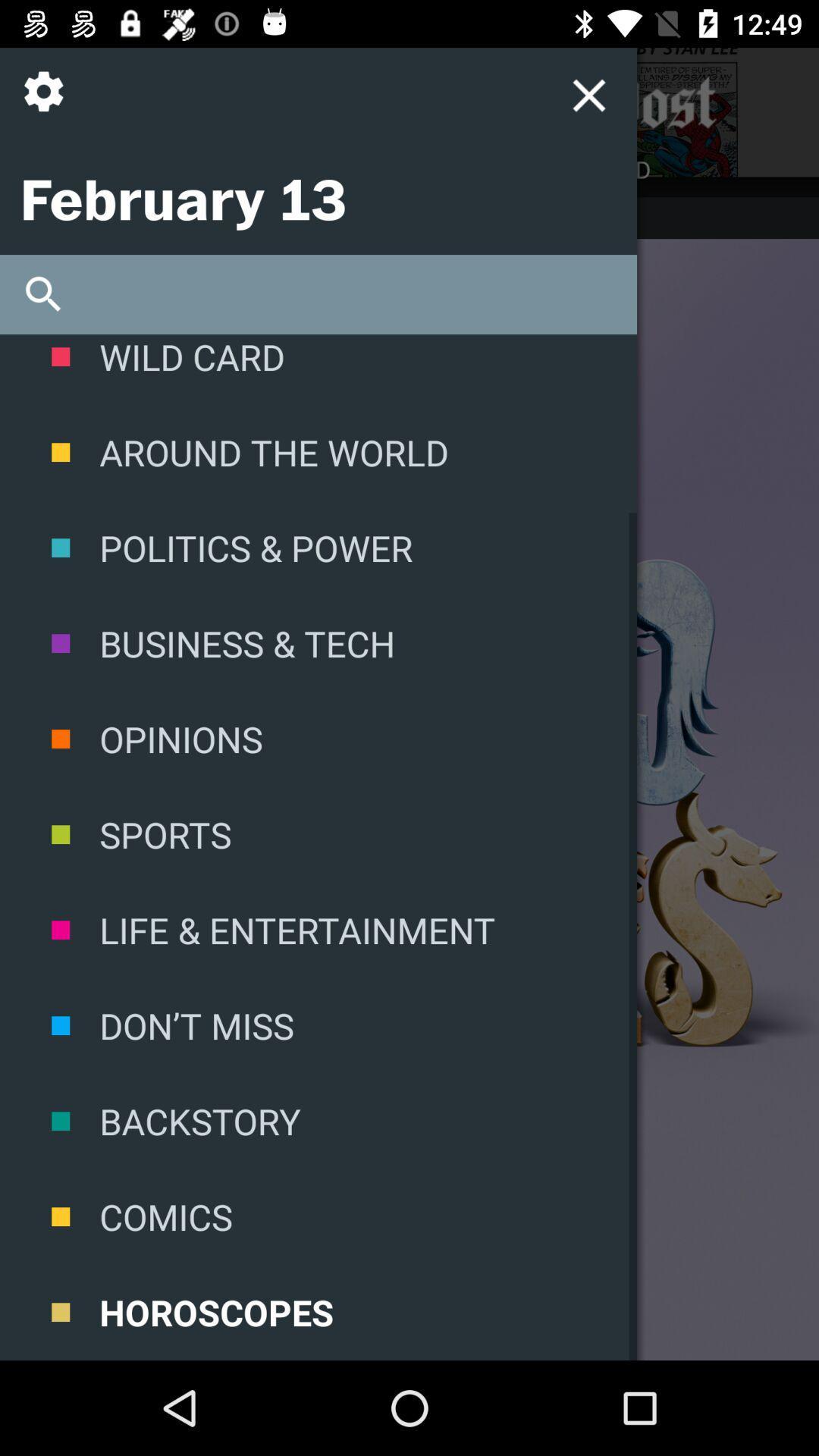  Describe the element at coordinates (443, 102) in the screenshot. I see `menu` at that location.